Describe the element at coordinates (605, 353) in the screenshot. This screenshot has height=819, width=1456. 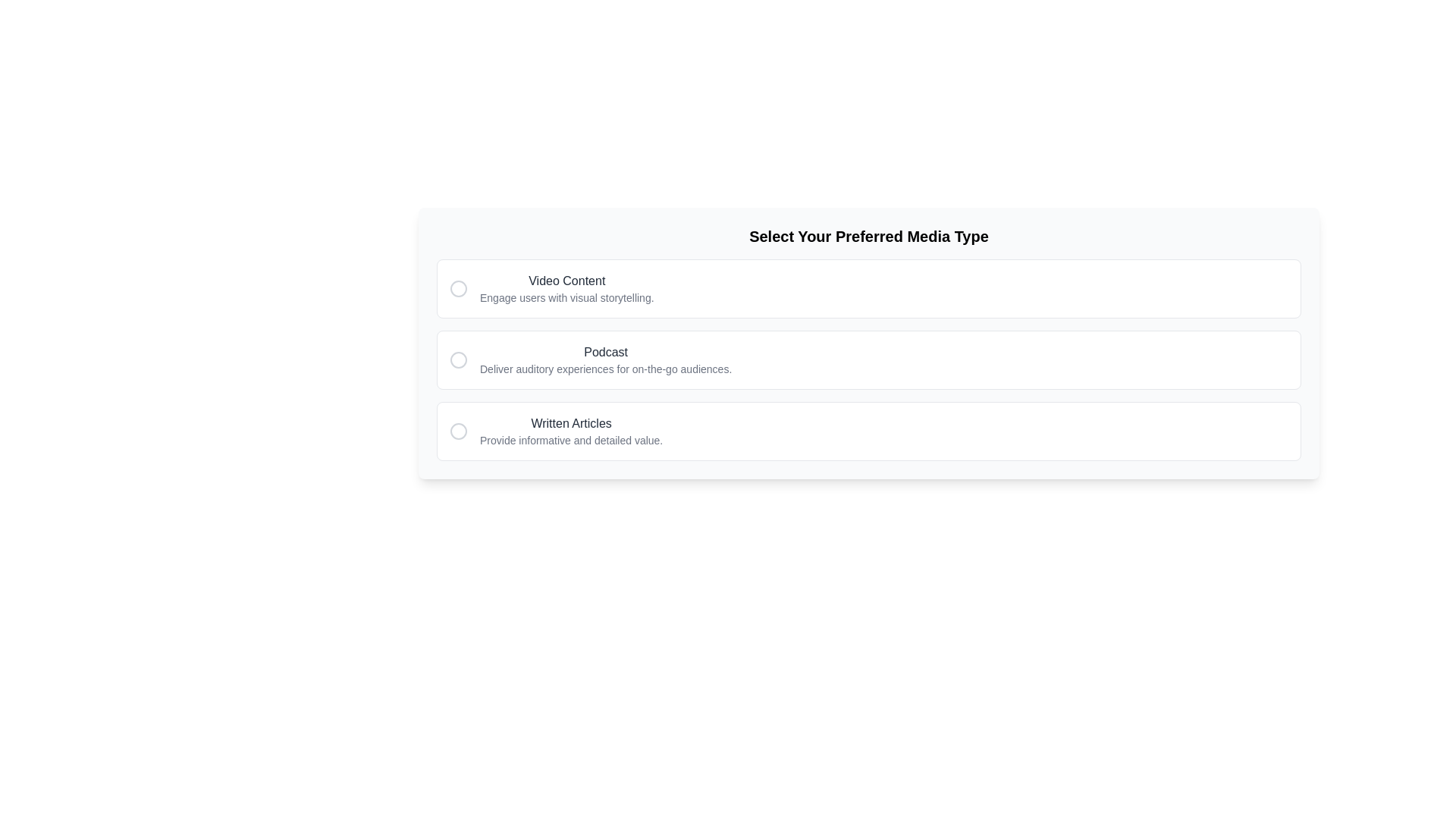
I see `the text label element displaying 'Podcast', which is styled with a dark gray font and is part of a selectable row for media type selection` at that location.